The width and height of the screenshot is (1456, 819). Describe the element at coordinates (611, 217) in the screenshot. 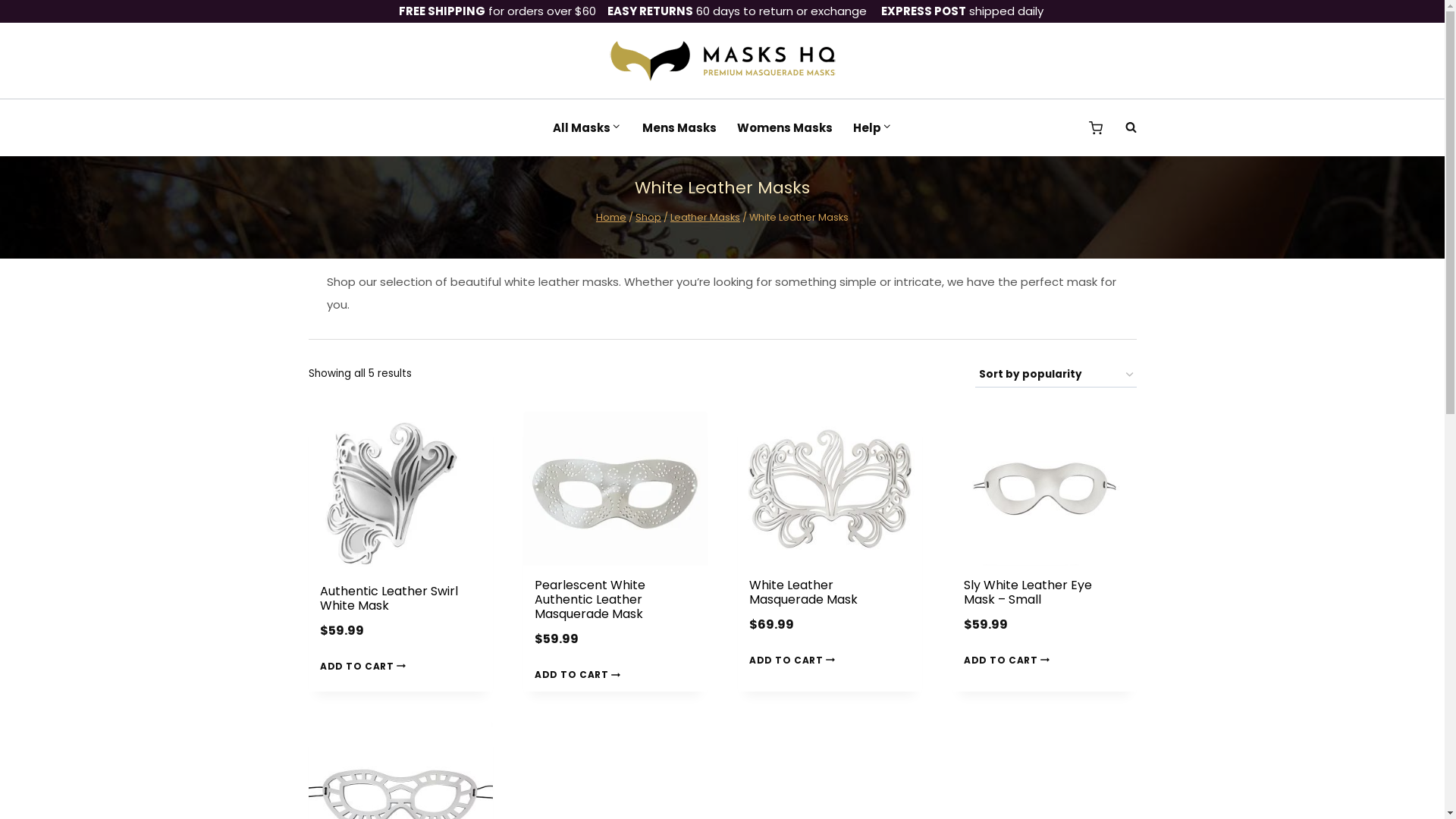

I see `'Home'` at that location.